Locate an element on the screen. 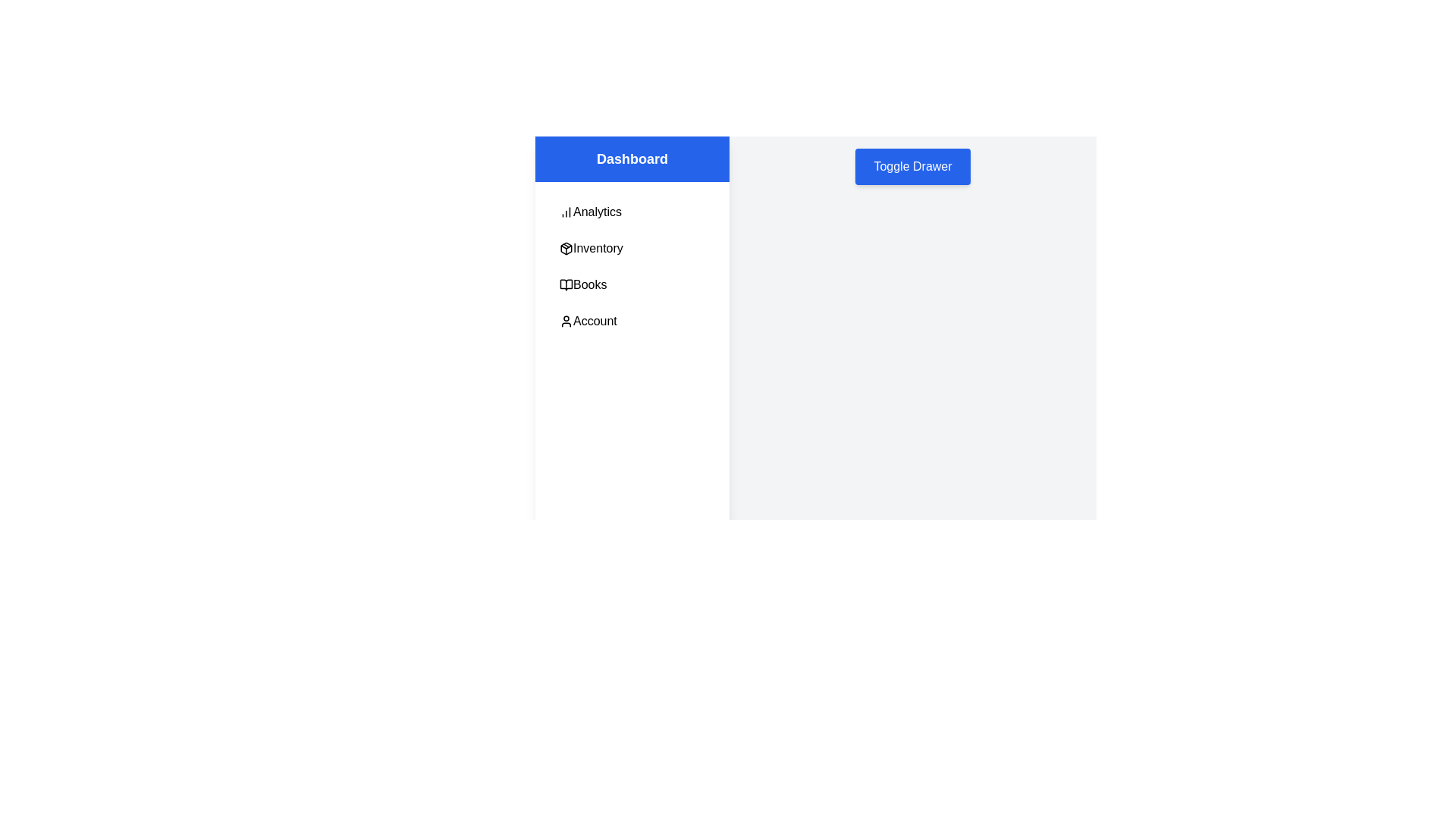  the icon beside the Books menu item is located at coordinates (566, 284).